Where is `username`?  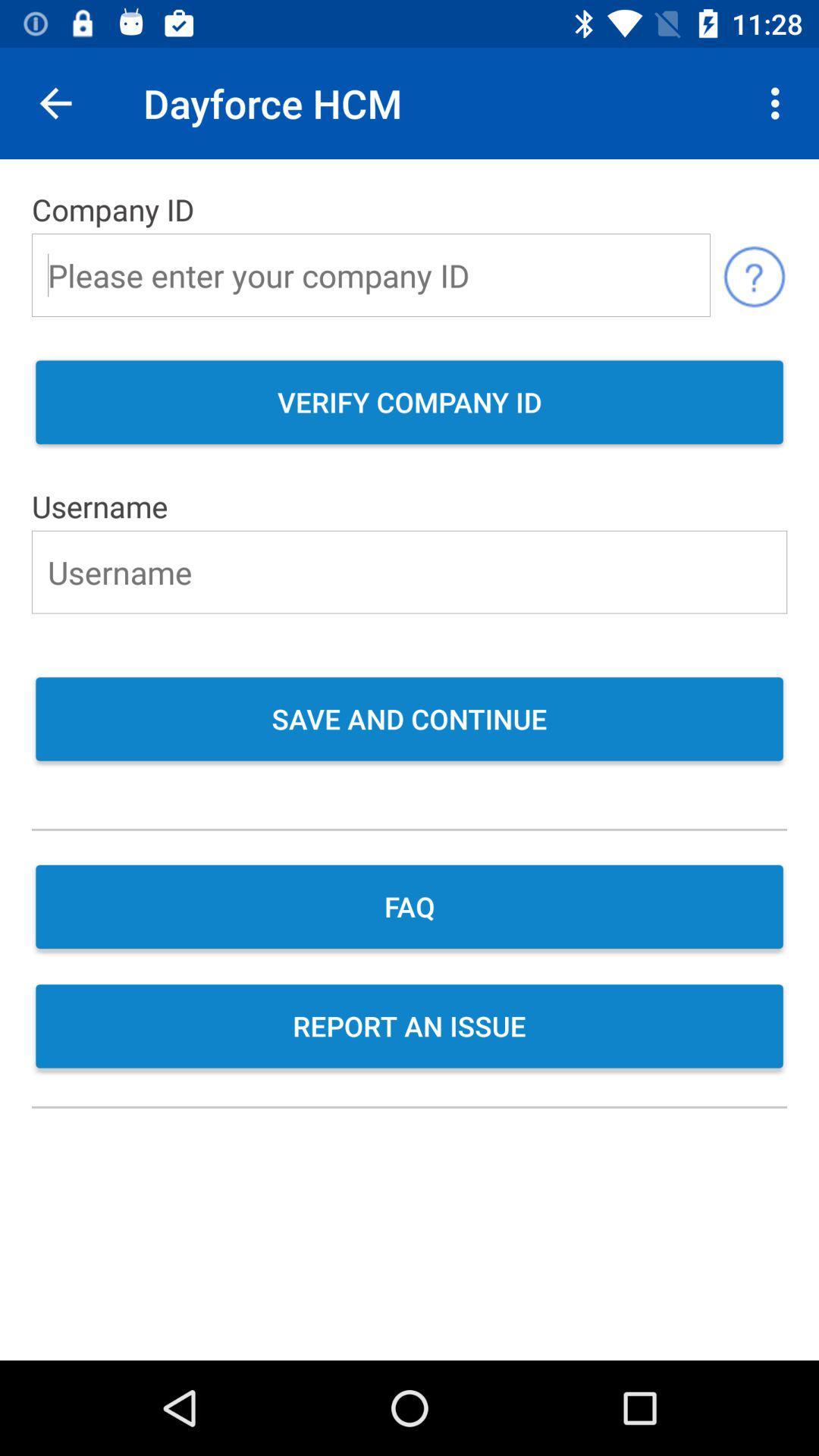
username is located at coordinates (409, 571).